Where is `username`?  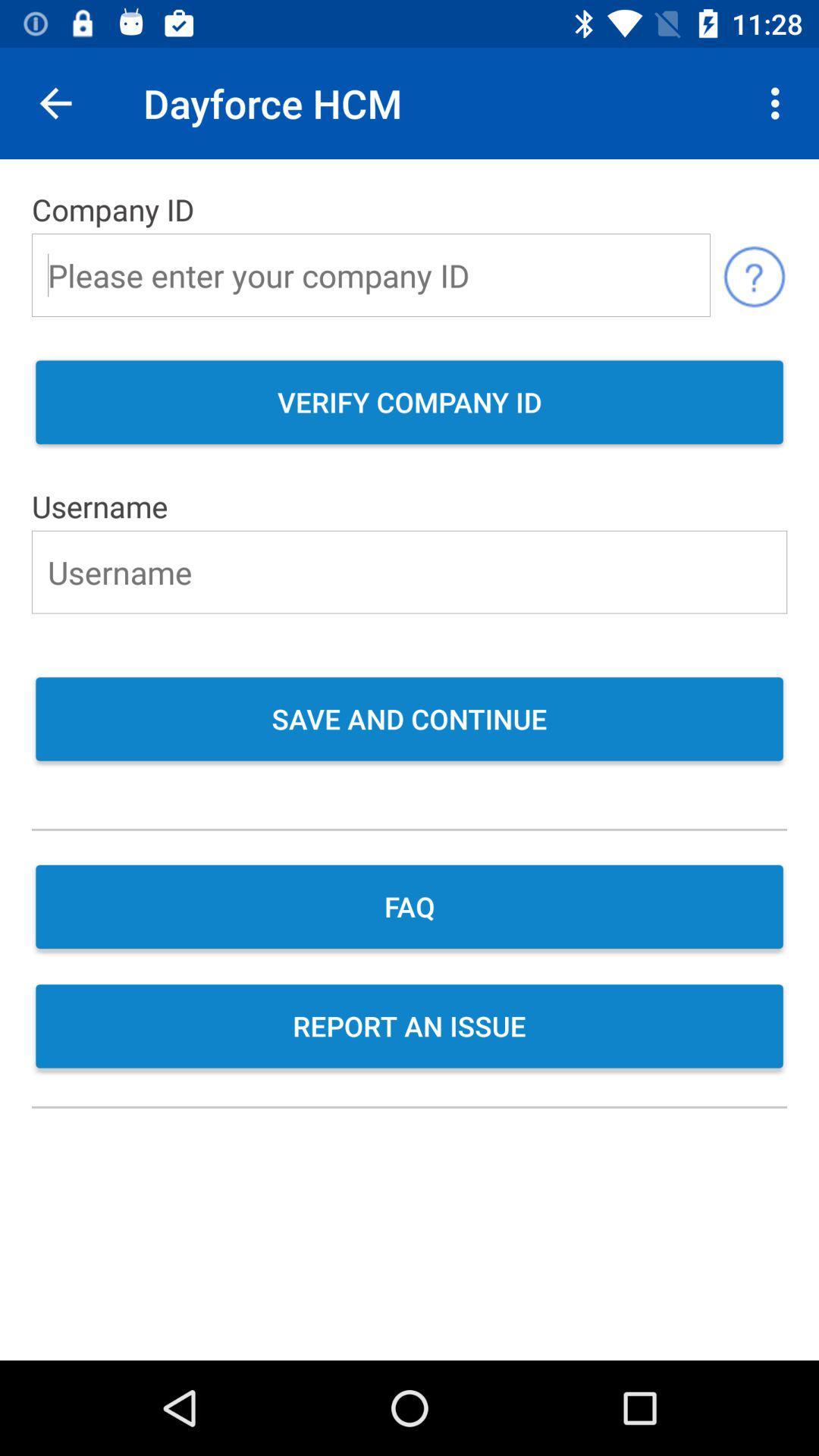
username is located at coordinates (409, 571).